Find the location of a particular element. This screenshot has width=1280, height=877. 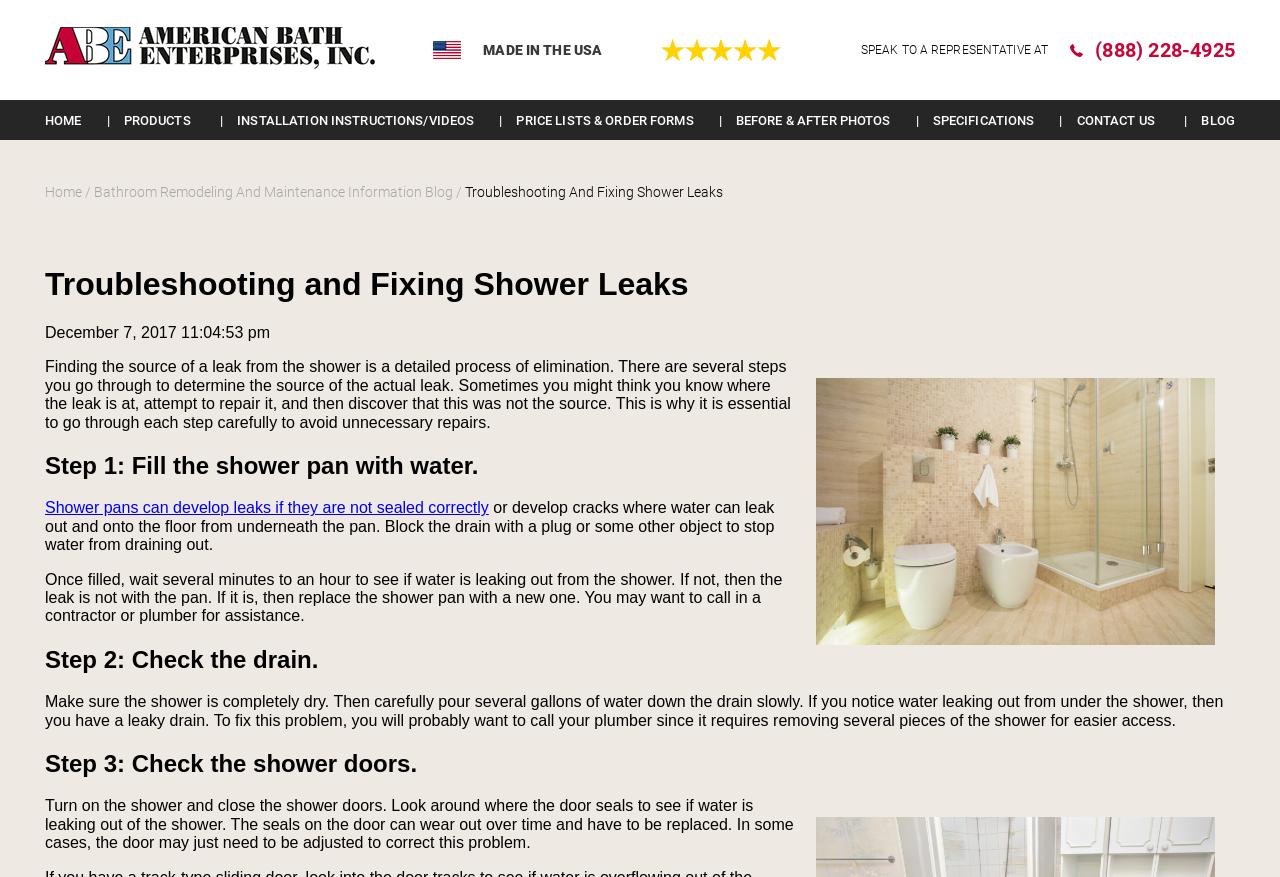

'Products' is located at coordinates (155, 119).